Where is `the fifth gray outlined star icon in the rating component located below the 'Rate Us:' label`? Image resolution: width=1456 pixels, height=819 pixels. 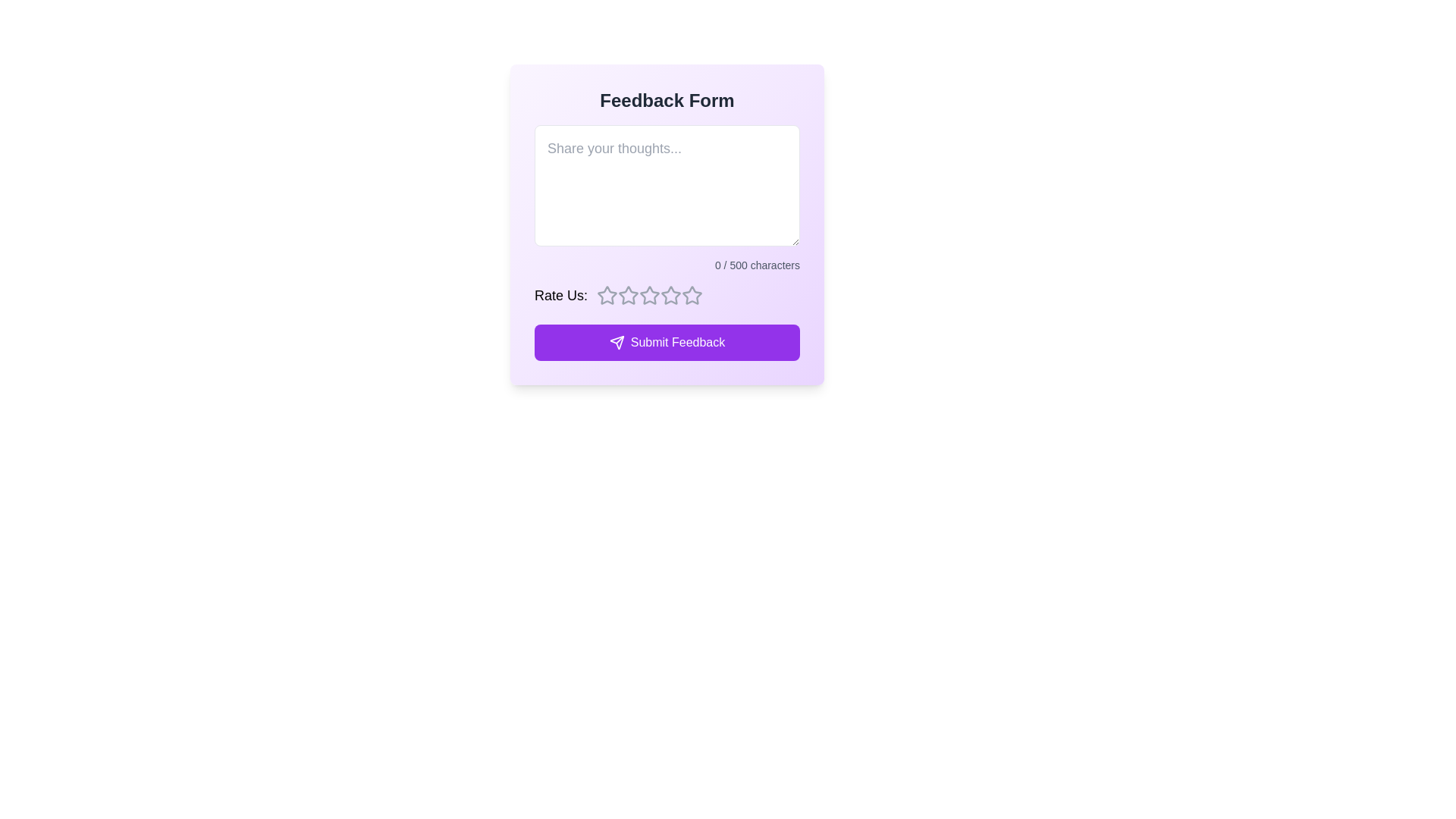 the fifth gray outlined star icon in the rating component located below the 'Rate Us:' label is located at coordinates (670, 295).